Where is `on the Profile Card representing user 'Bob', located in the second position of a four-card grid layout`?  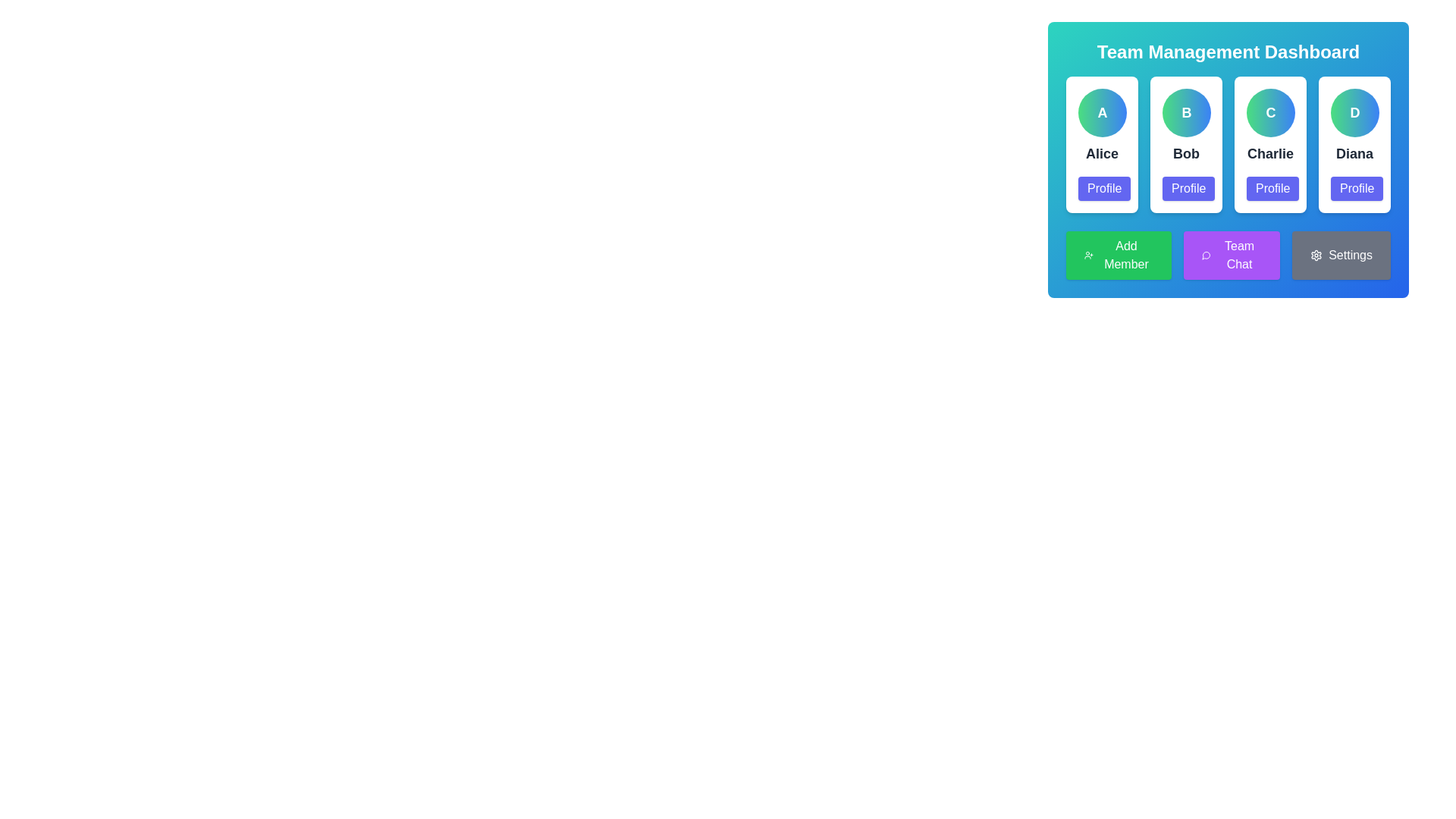
on the Profile Card representing user 'Bob', located in the second position of a four-card grid layout is located at coordinates (1185, 145).